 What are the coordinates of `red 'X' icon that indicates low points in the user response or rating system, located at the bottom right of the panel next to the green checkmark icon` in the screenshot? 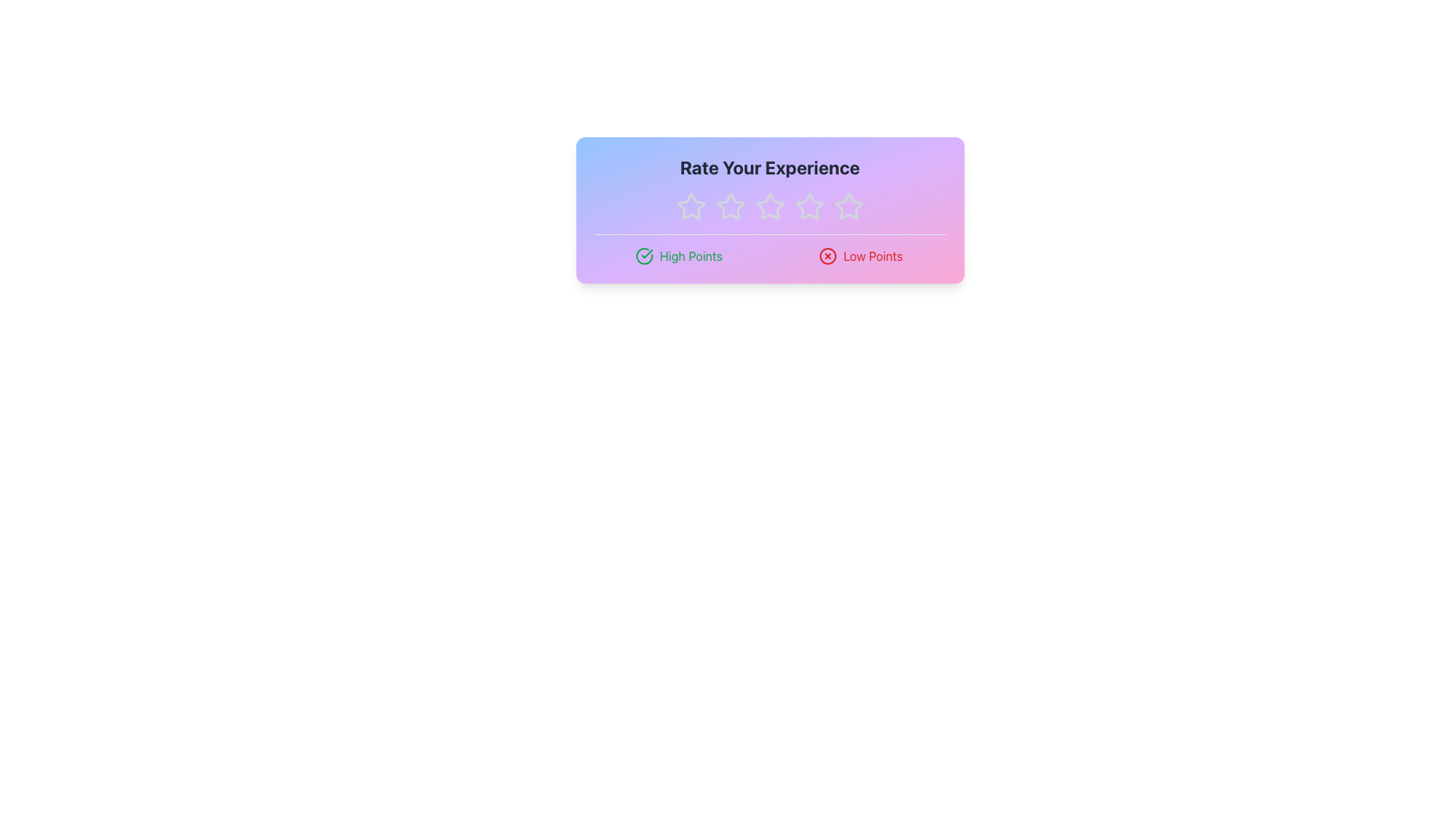 It's located at (827, 256).